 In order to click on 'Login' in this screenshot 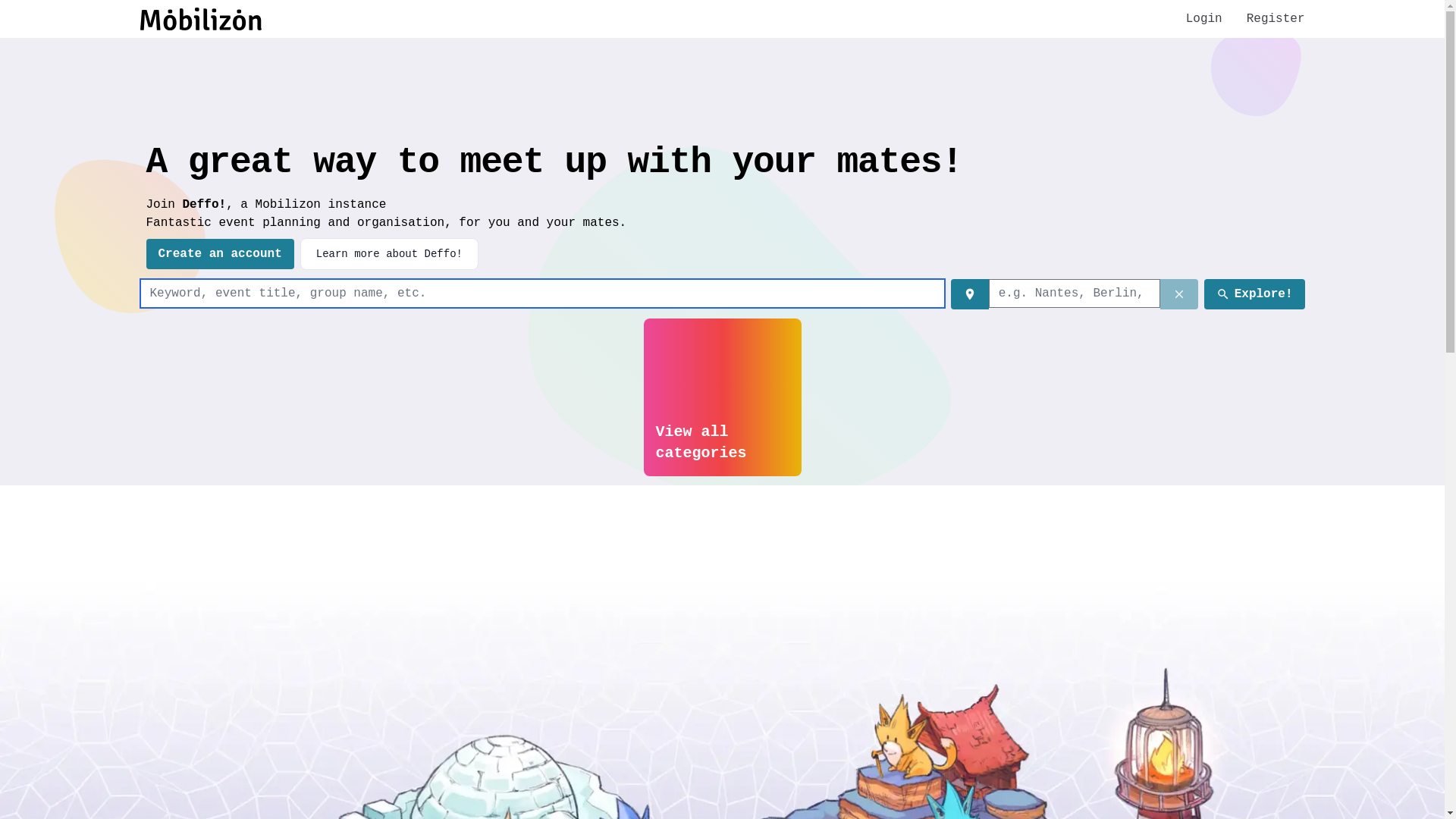, I will do `click(1203, 18)`.